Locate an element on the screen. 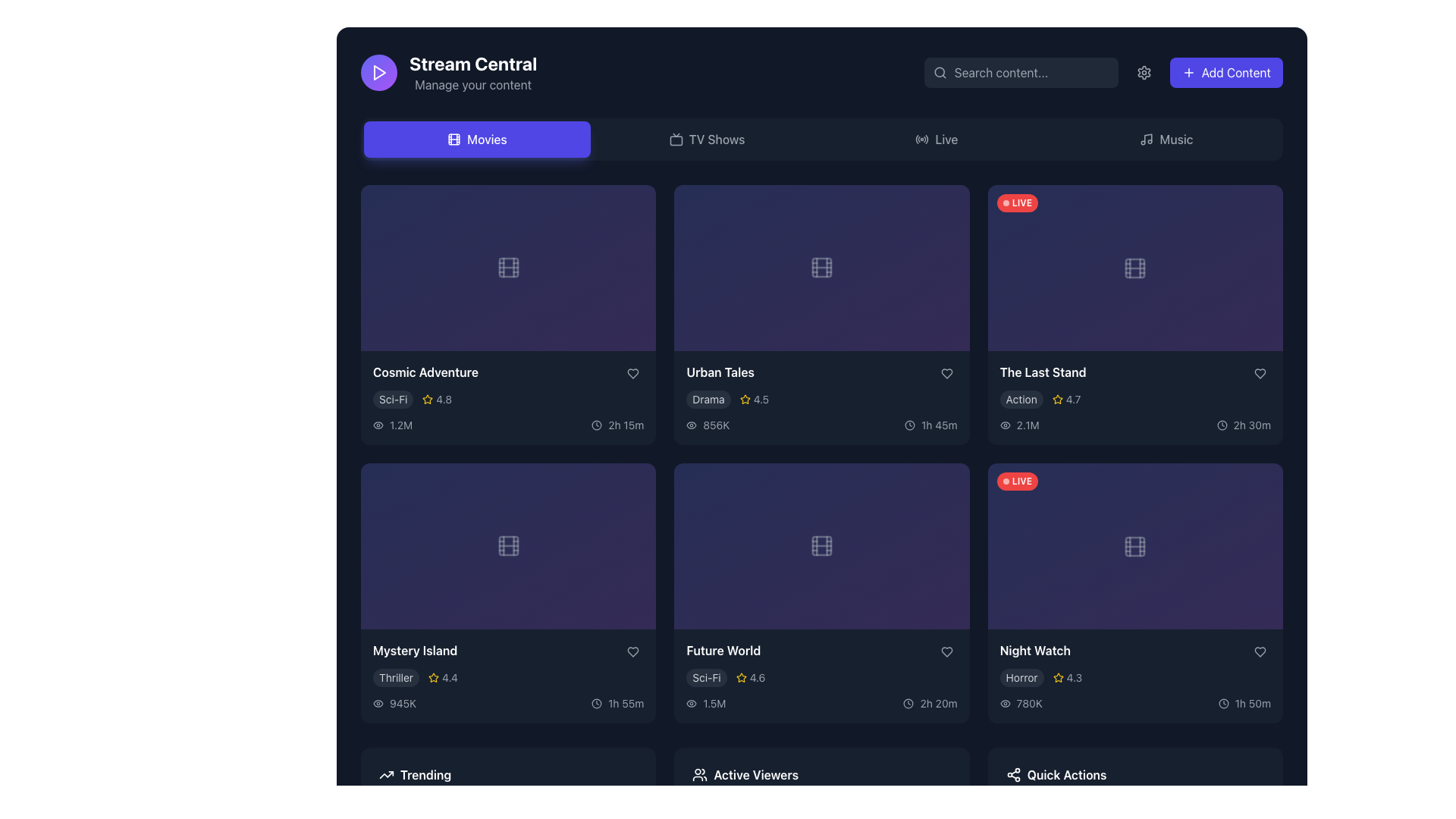 This screenshot has width=1456, height=819. the triangular play button icon, which is white and outlined, located inside a circular background in the top-left segment of the application interface near the title 'Stream Central.' is located at coordinates (379, 73).